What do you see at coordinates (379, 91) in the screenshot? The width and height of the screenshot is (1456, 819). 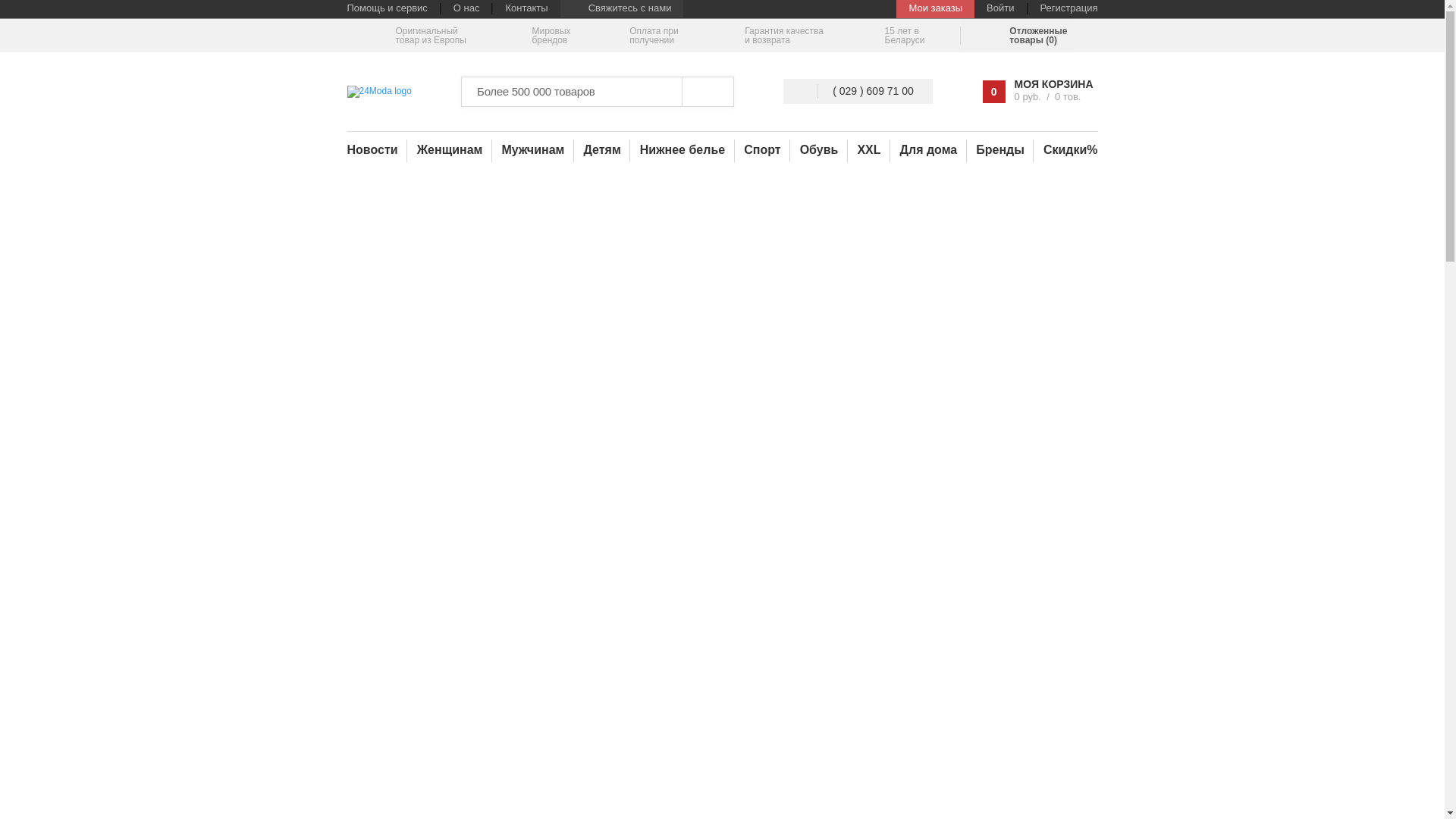 I see `'Moda24 logo'` at bounding box center [379, 91].